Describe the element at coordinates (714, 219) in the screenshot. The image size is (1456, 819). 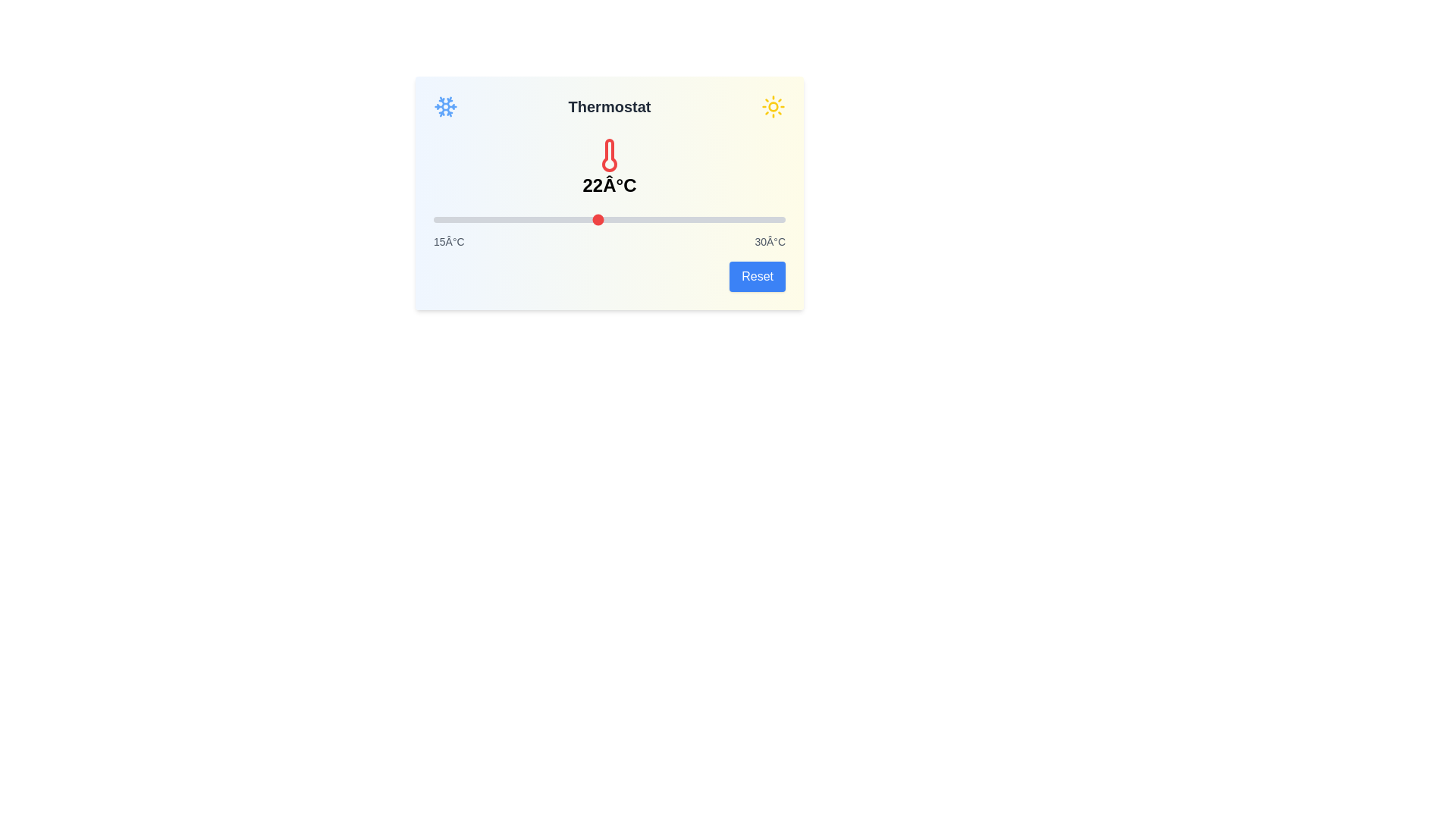
I see `the slider to set the temperature to 27 degrees` at that location.